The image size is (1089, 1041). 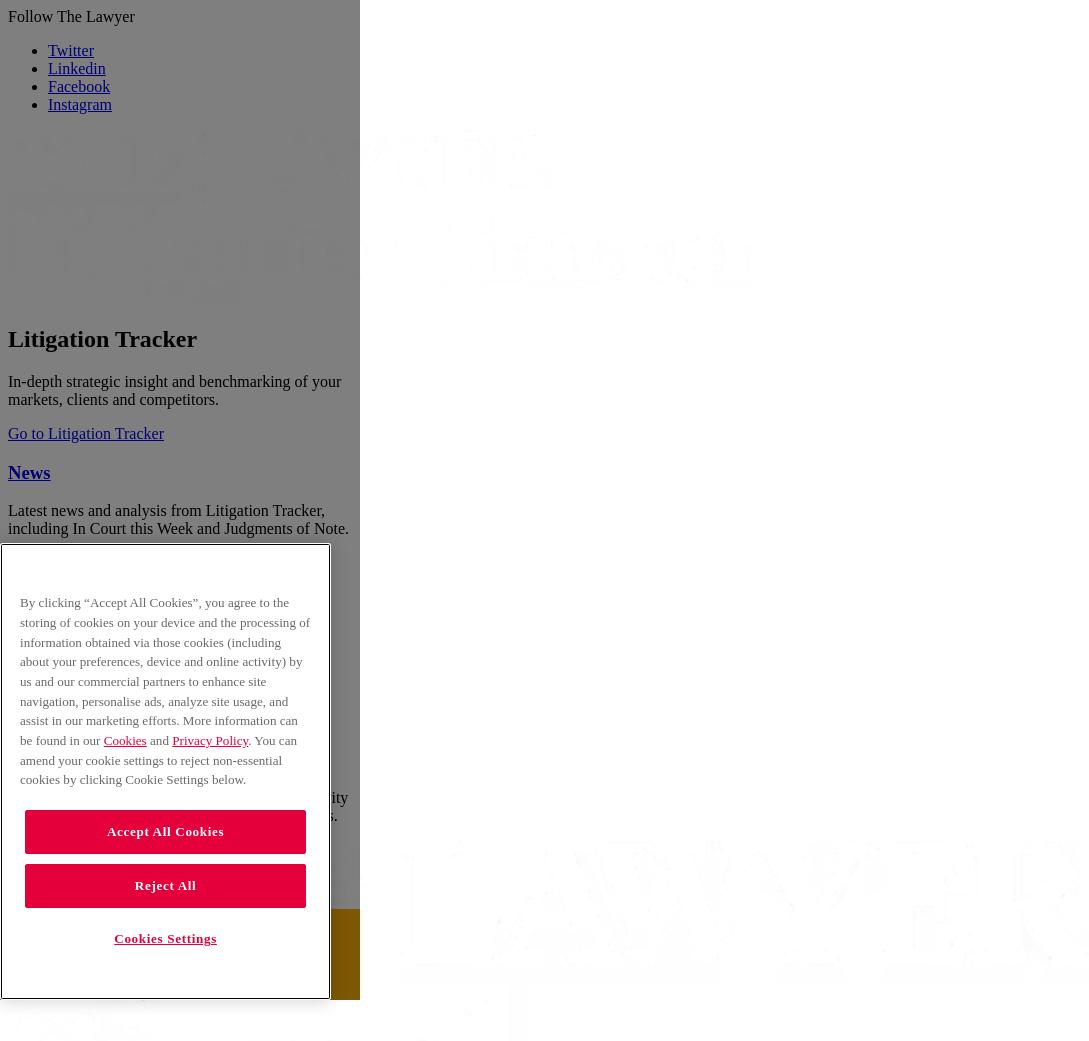 What do you see at coordinates (78, 85) in the screenshot?
I see `'Facebook'` at bounding box center [78, 85].